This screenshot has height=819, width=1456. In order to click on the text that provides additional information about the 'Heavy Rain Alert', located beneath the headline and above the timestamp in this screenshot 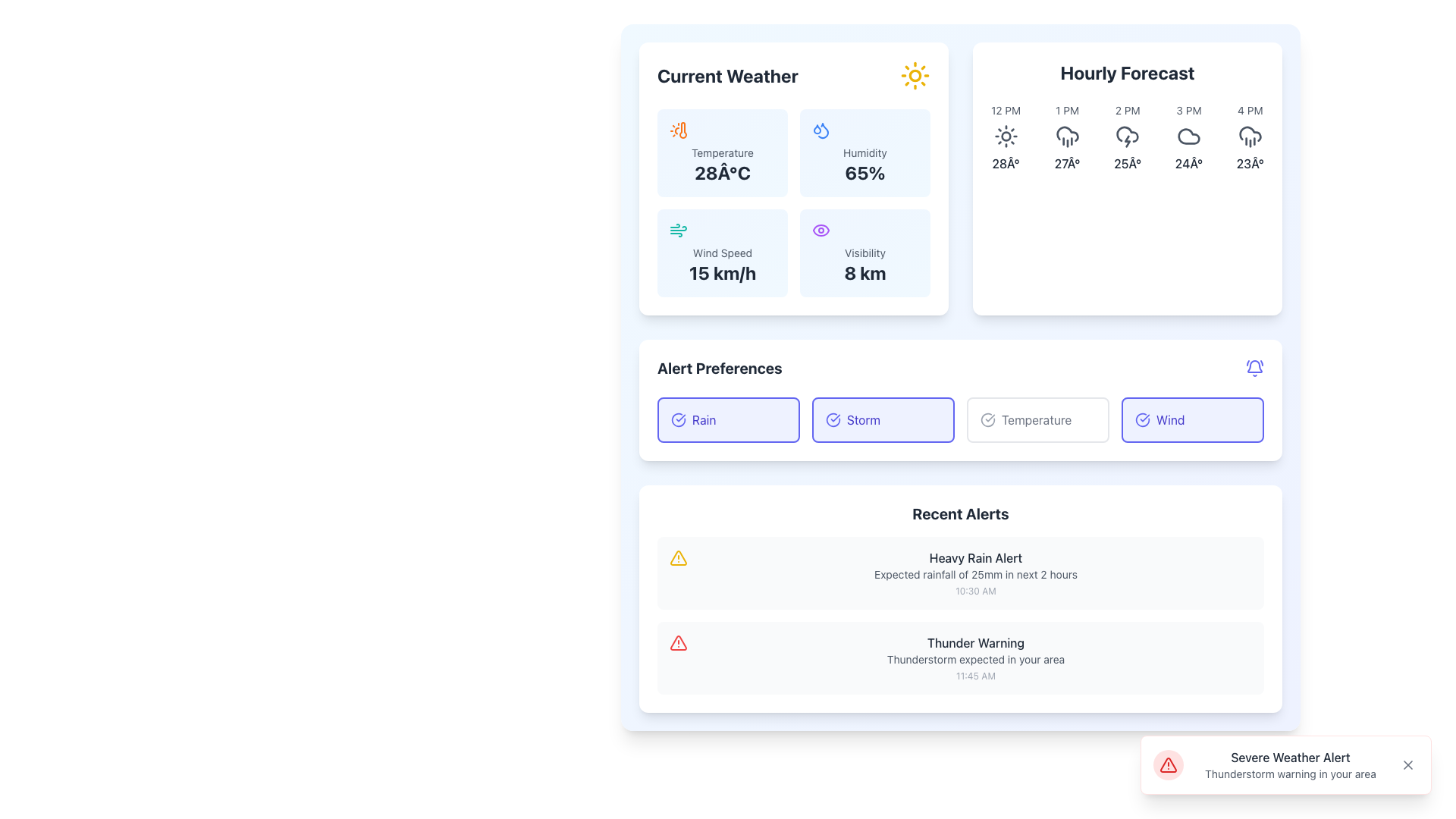, I will do `click(975, 575)`.